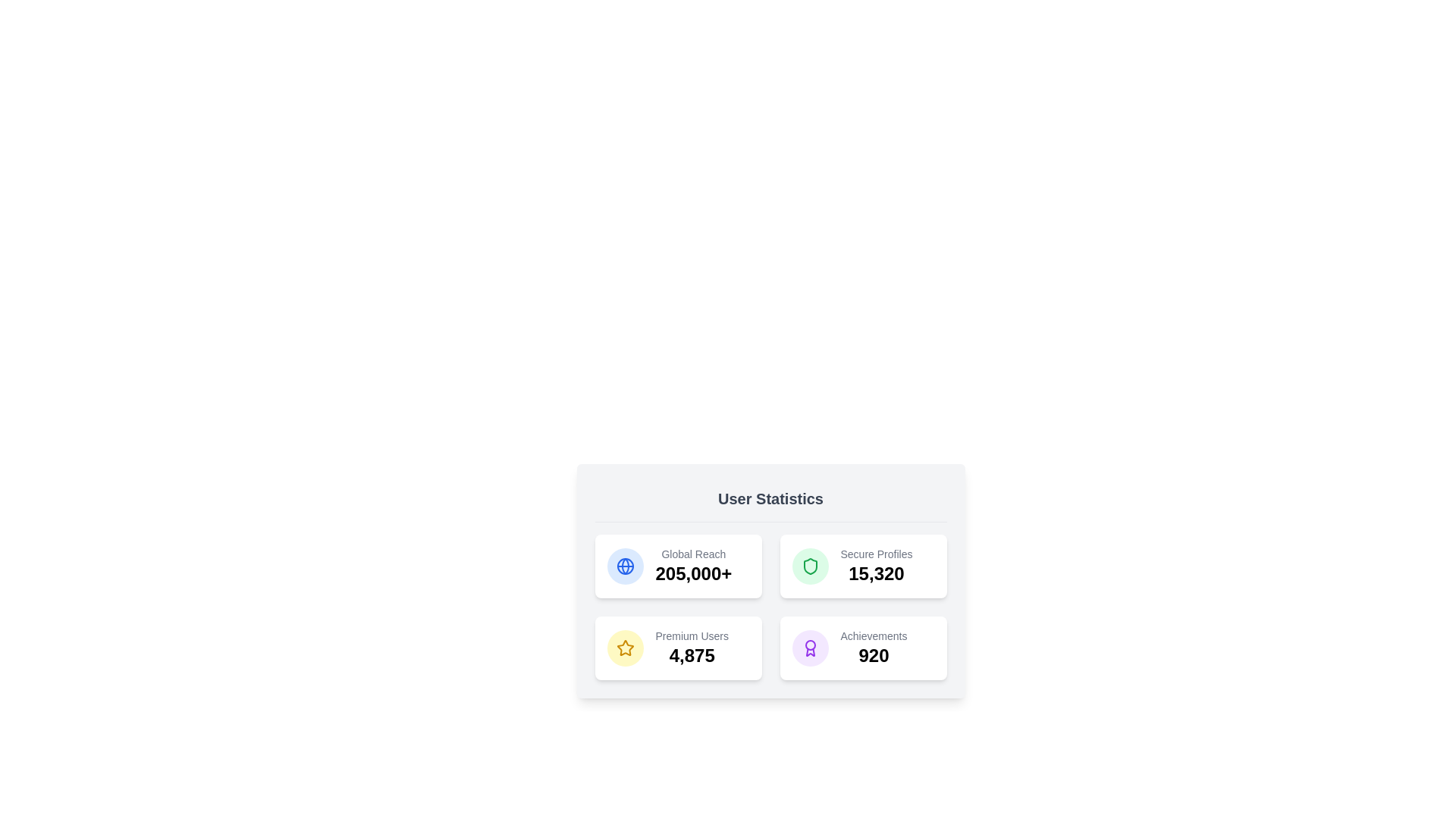 The image size is (1456, 819). I want to click on the text label displaying '920' located in the bottom-right corner of the user statistics panel, positioned below the 'Achievements' label, so click(874, 654).